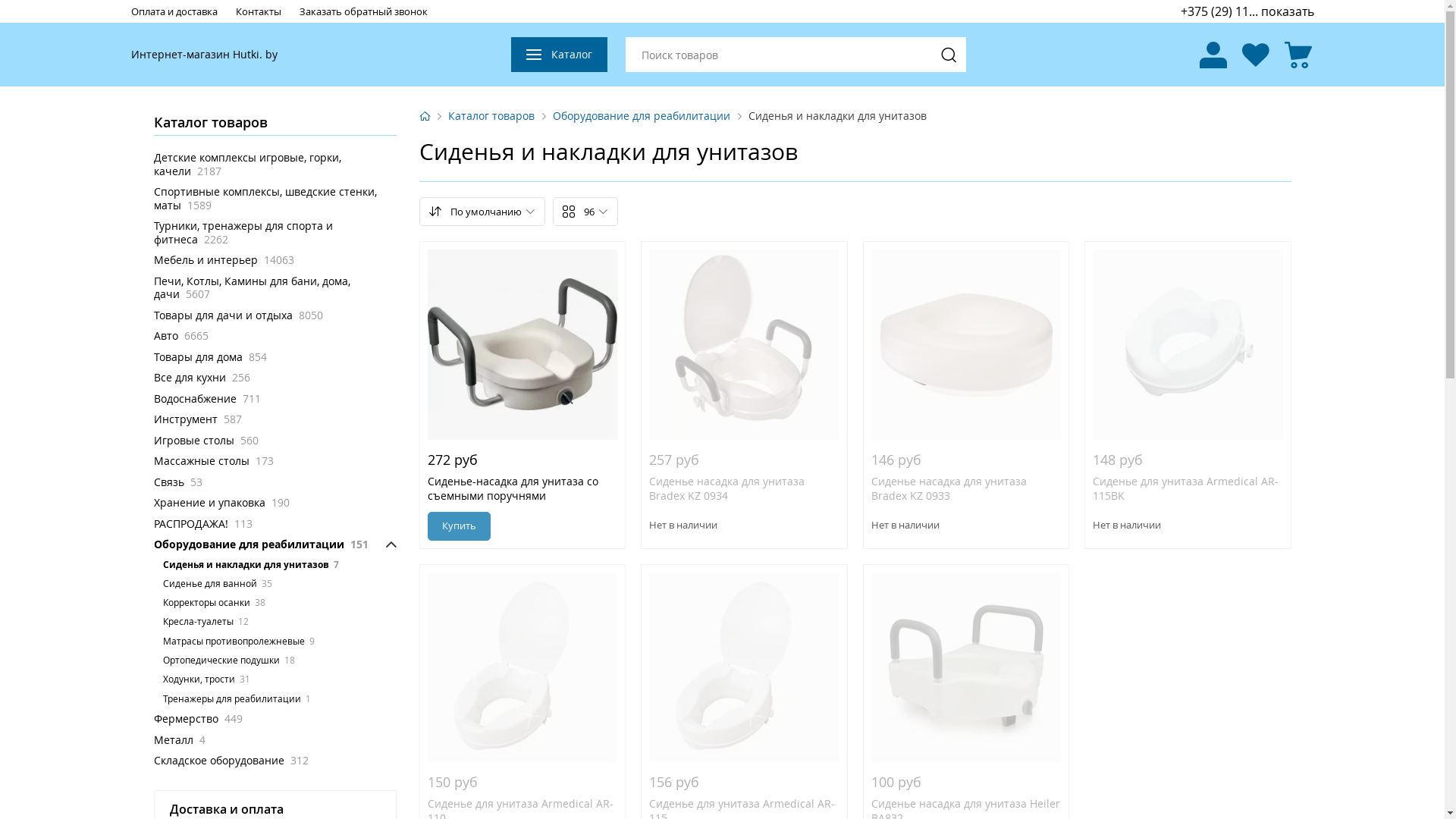 The width and height of the screenshot is (1456, 819). What do you see at coordinates (584, 211) in the screenshot?
I see `'96'` at bounding box center [584, 211].